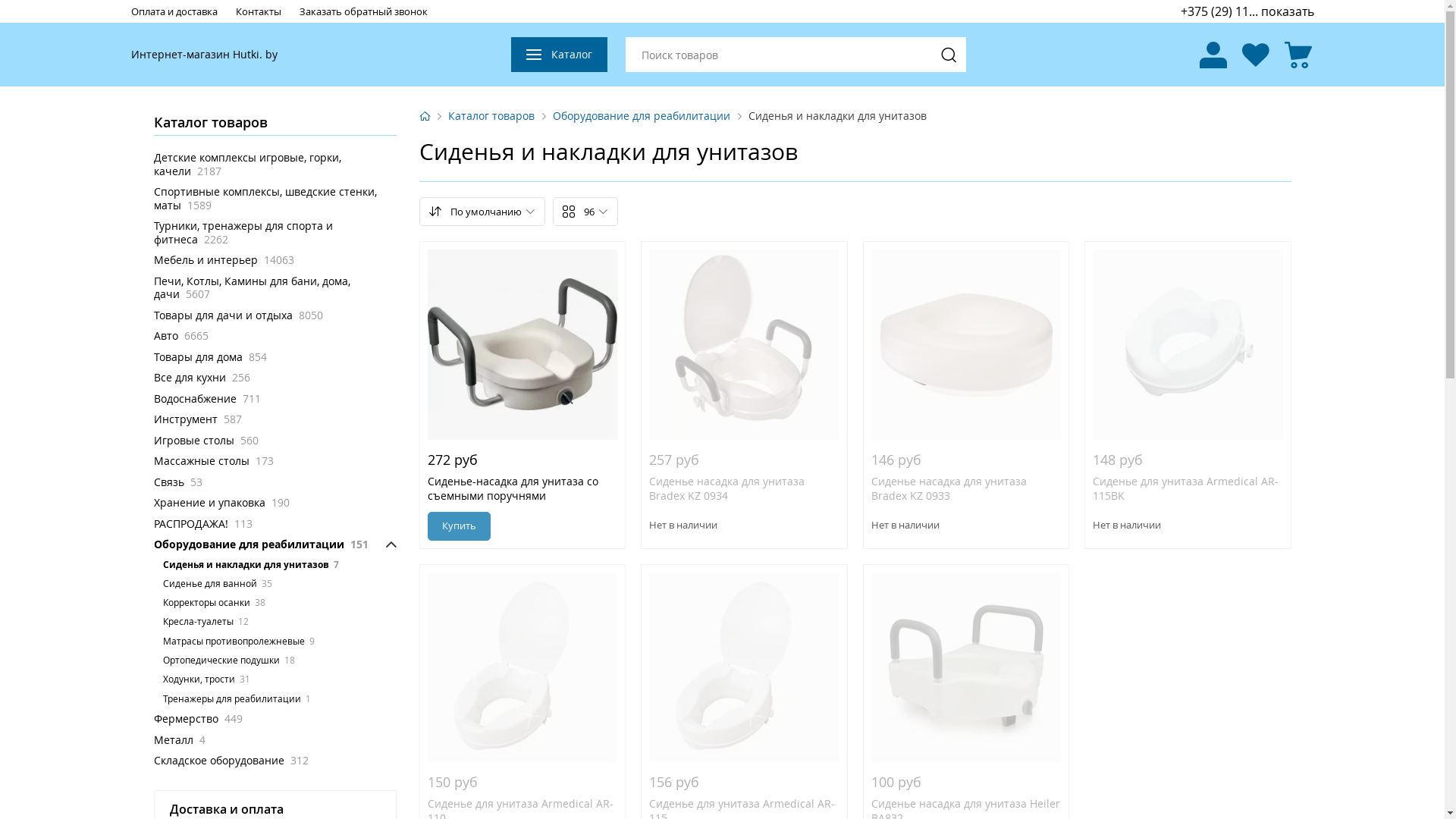 The width and height of the screenshot is (1456, 819). What do you see at coordinates (584, 211) in the screenshot?
I see `'96'` at bounding box center [584, 211].